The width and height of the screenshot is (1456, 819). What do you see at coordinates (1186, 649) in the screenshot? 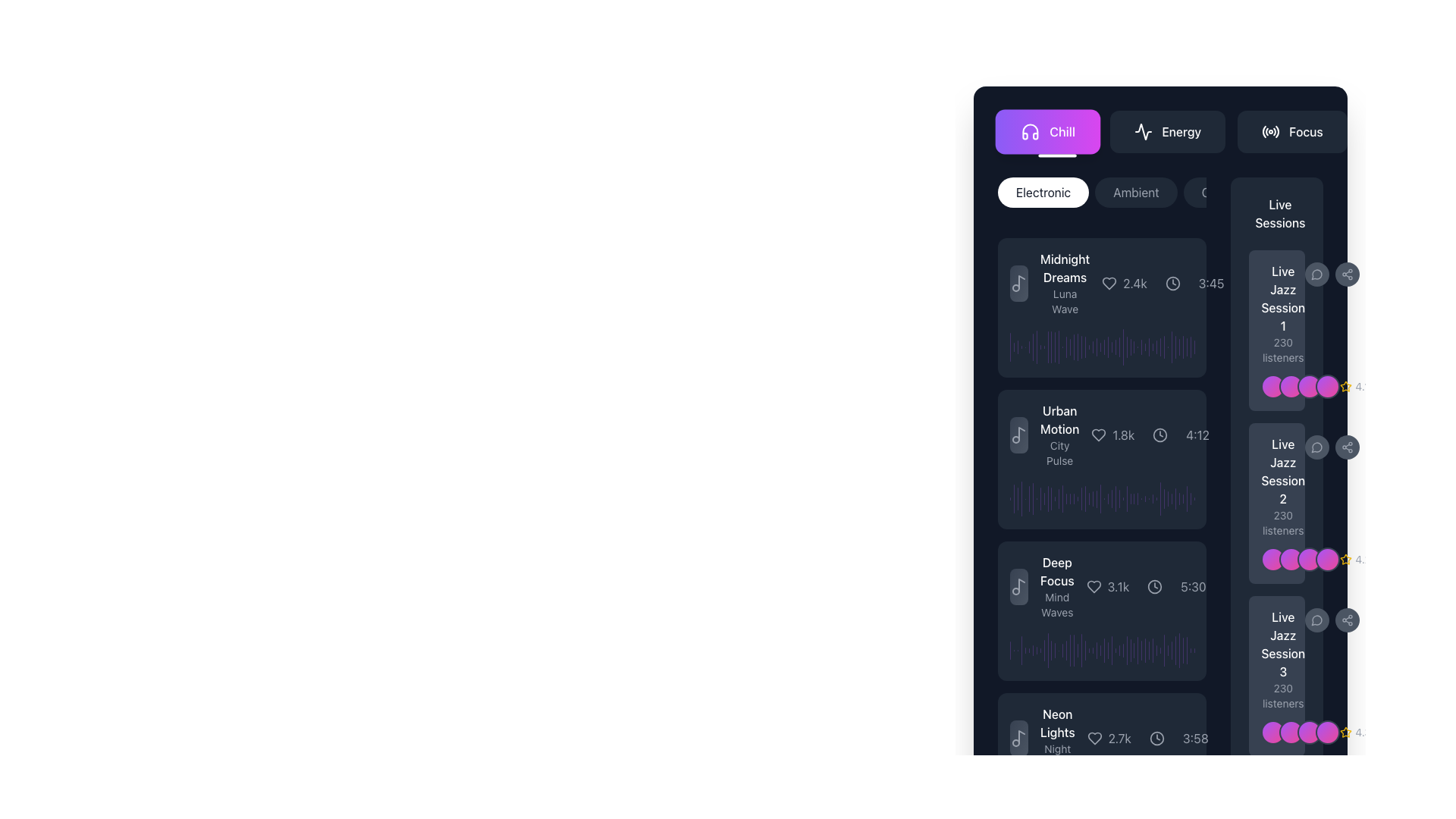
I see `the representation of the second to last vertical Indicator bar with rounded edges, light purple color, and semi-transparent appearance in the 'Live Jazz Session 2' interface` at bounding box center [1186, 649].